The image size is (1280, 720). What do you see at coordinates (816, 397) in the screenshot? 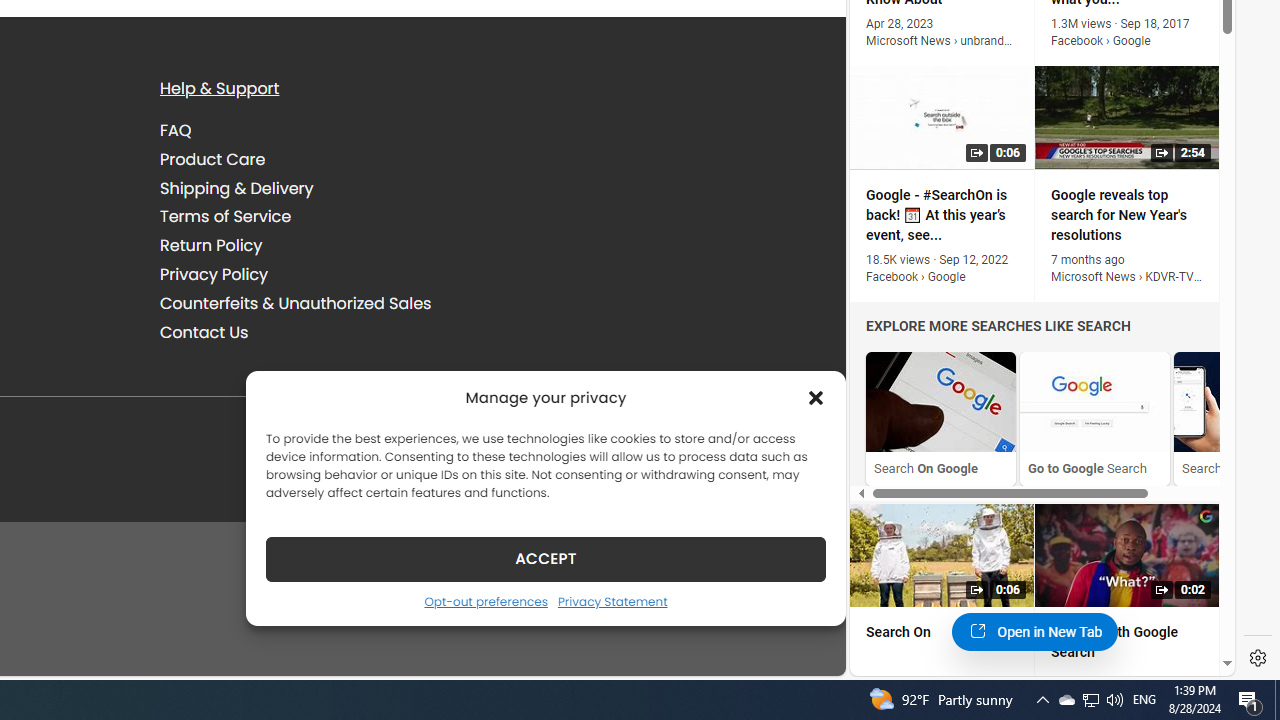
I see `'Class: cmplz-close'` at bounding box center [816, 397].